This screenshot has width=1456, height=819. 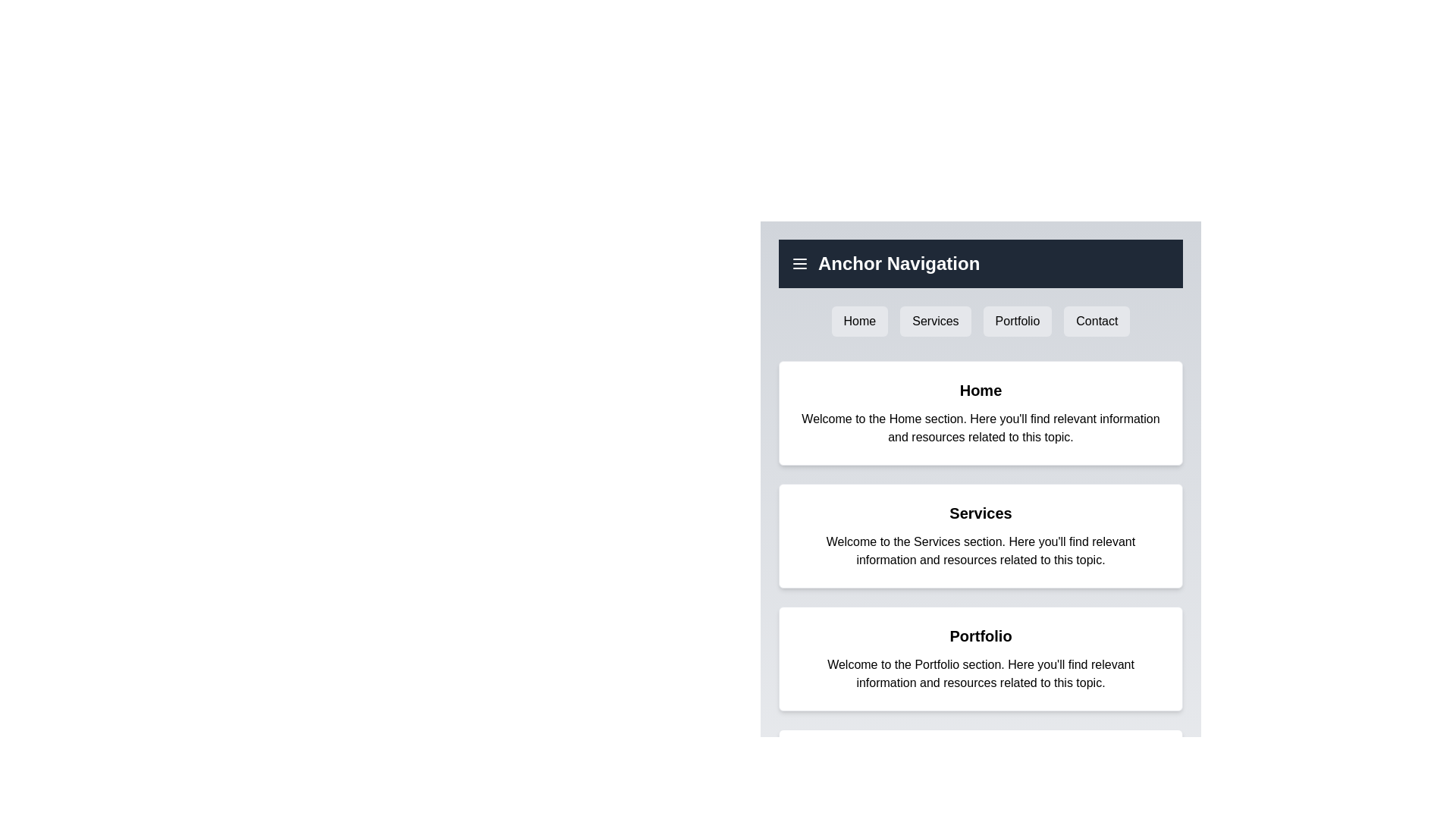 What do you see at coordinates (1017, 321) in the screenshot?
I see `the third button in the navigation bar, which links to the portfolio section of the webpage` at bounding box center [1017, 321].